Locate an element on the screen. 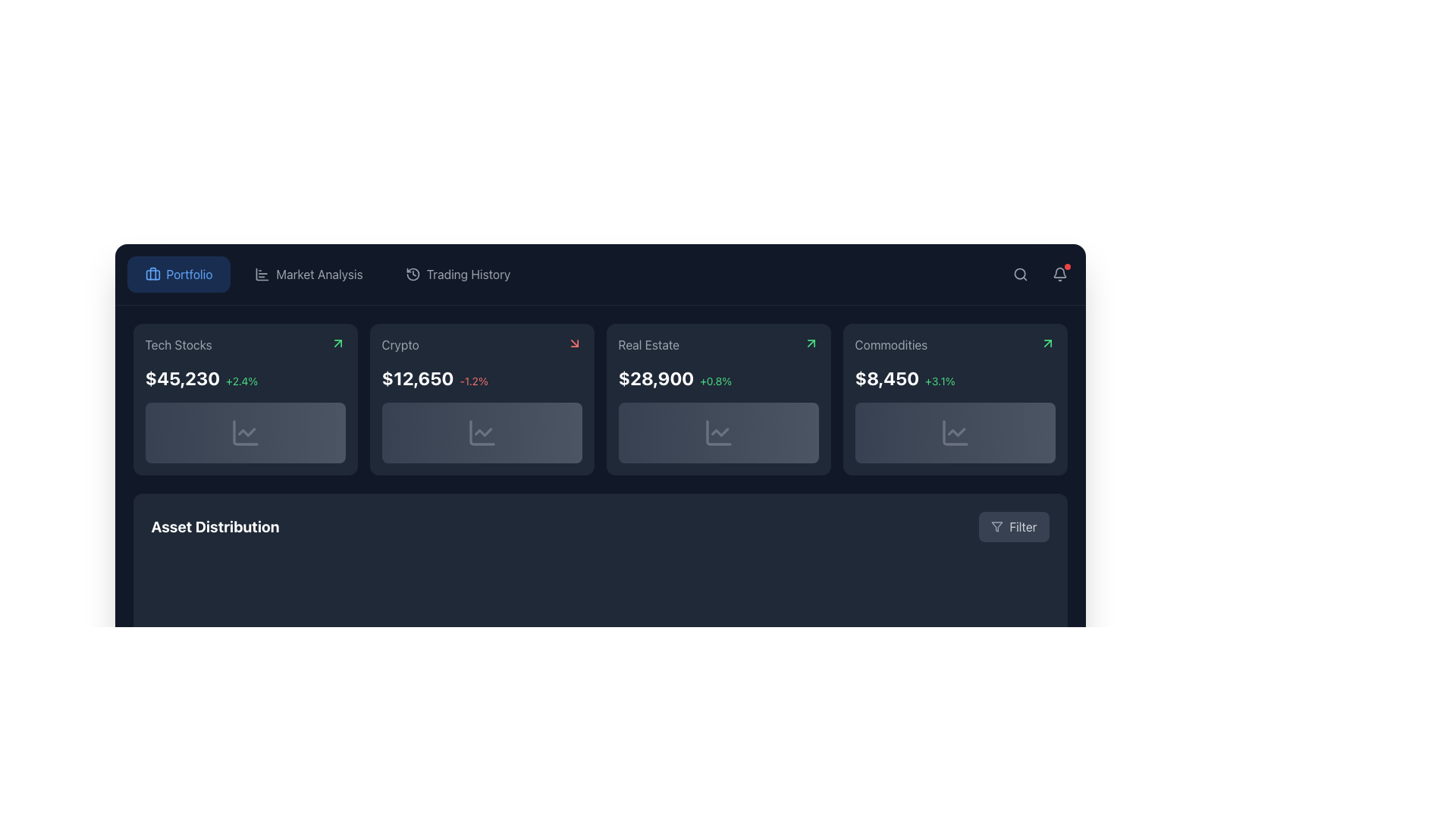  the text label displaying '+2.4%' styled in green, indicating a positive change, located within the 'Tech Stocks' card, directly to the right of the '$45,230' text is located at coordinates (241, 380).